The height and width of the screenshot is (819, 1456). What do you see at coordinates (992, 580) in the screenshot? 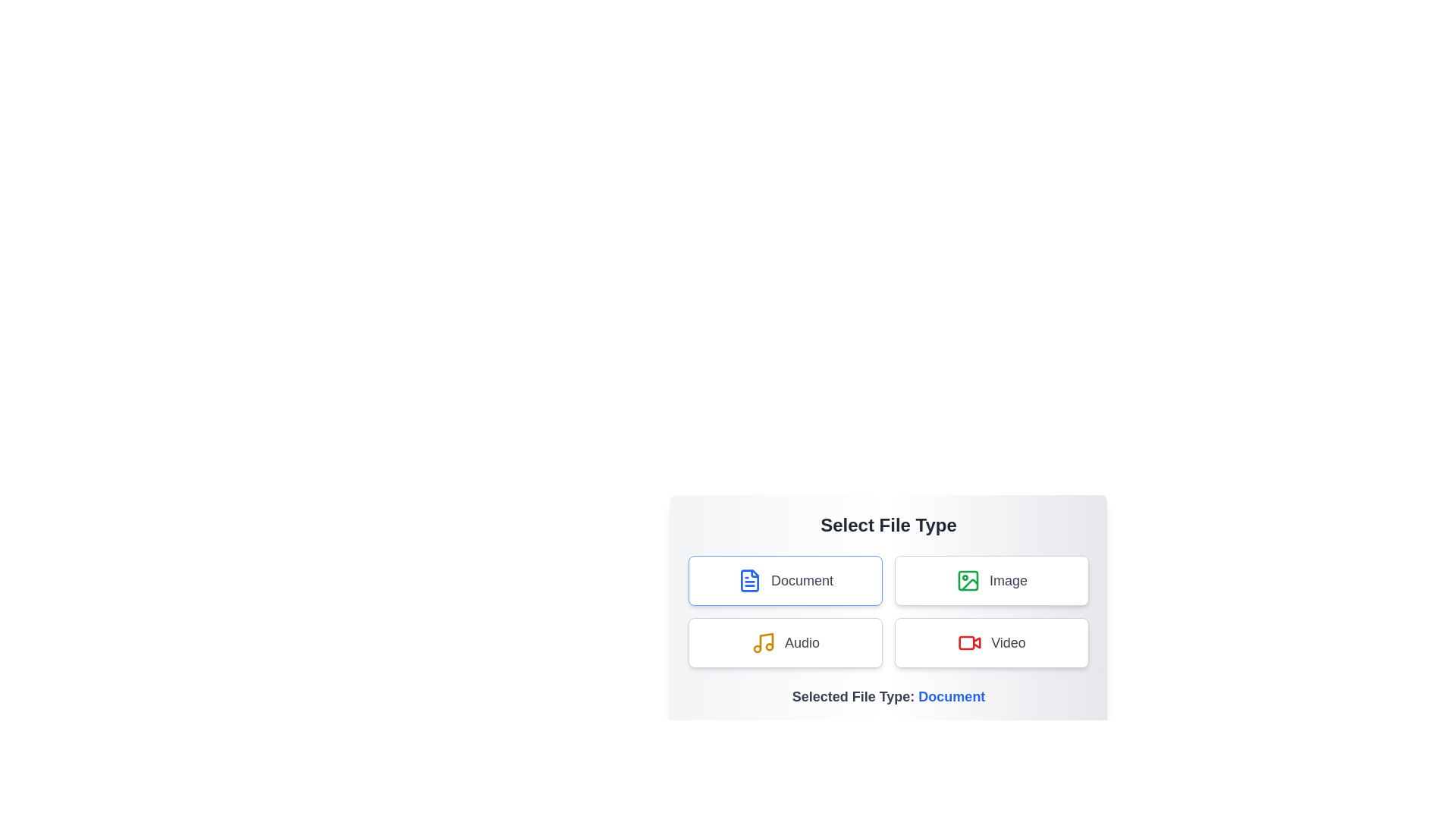
I see `the 'Image' button located in the top-right quadrant of the grid, to the right of the 'Document' button and above the 'Video' button` at bounding box center [992, 580].